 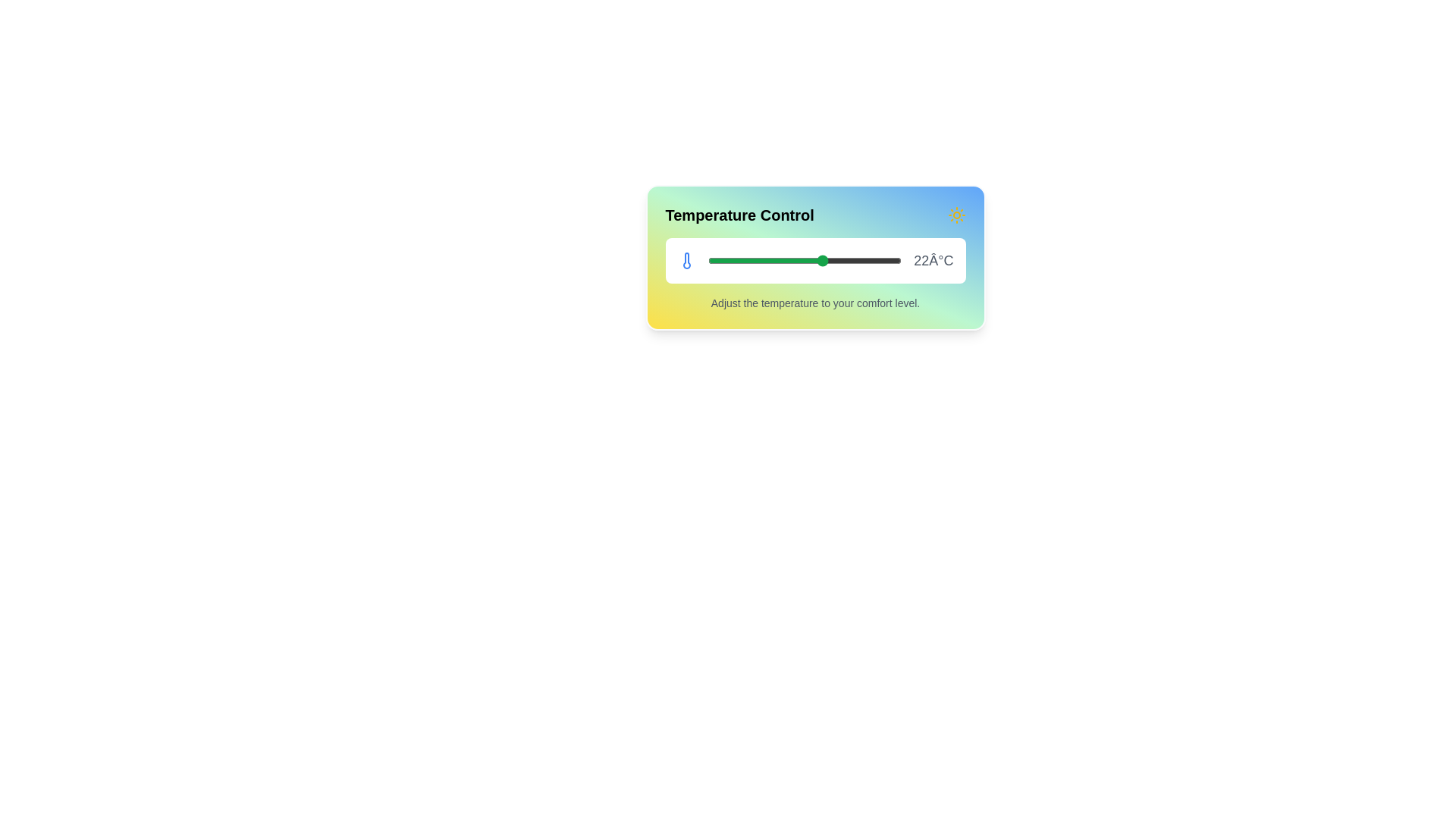 I want to click on the temperature slider knob, so click(x=814, y=259).